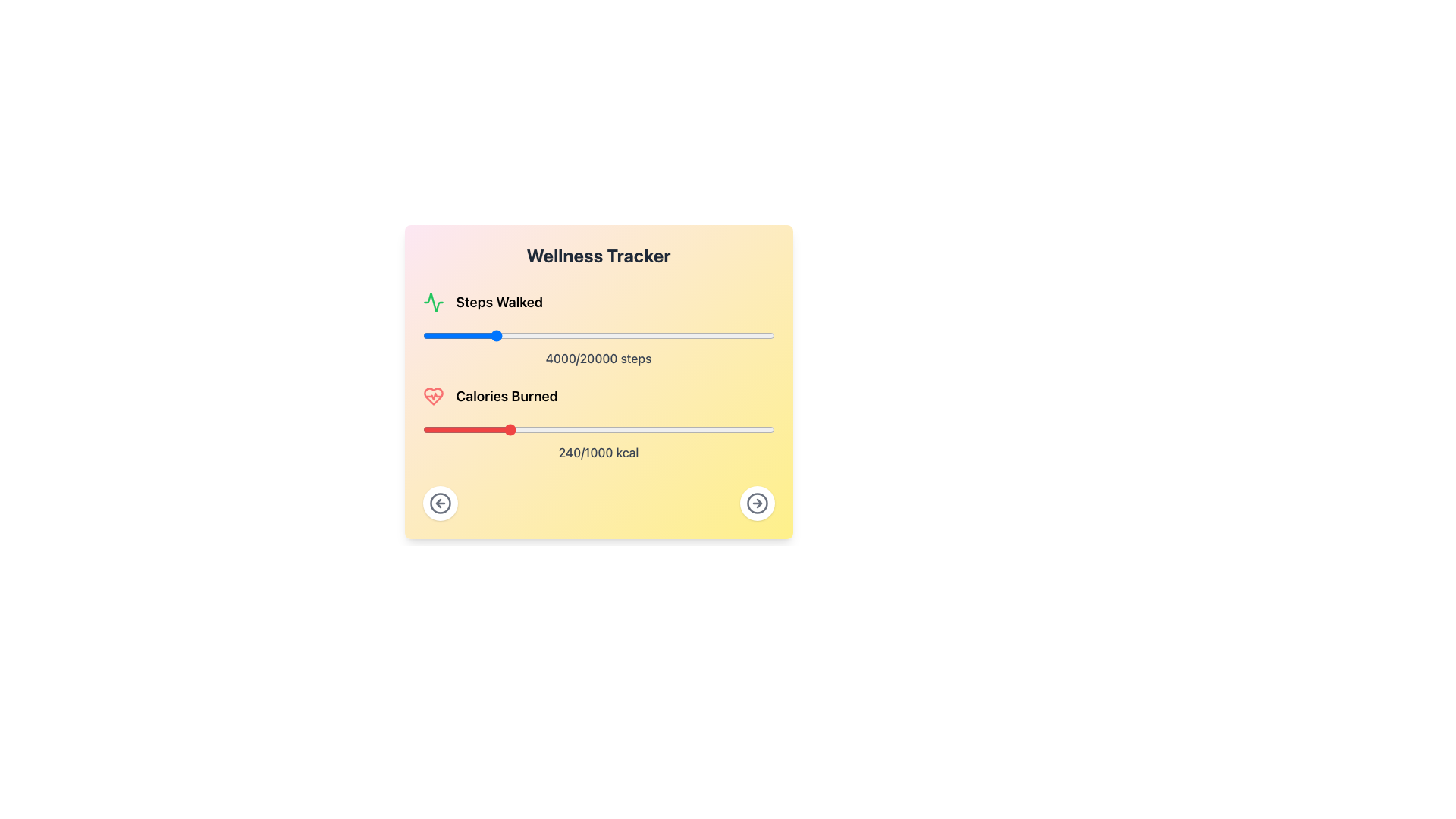  I want to click on the calories burned slider, so click(587, 430).